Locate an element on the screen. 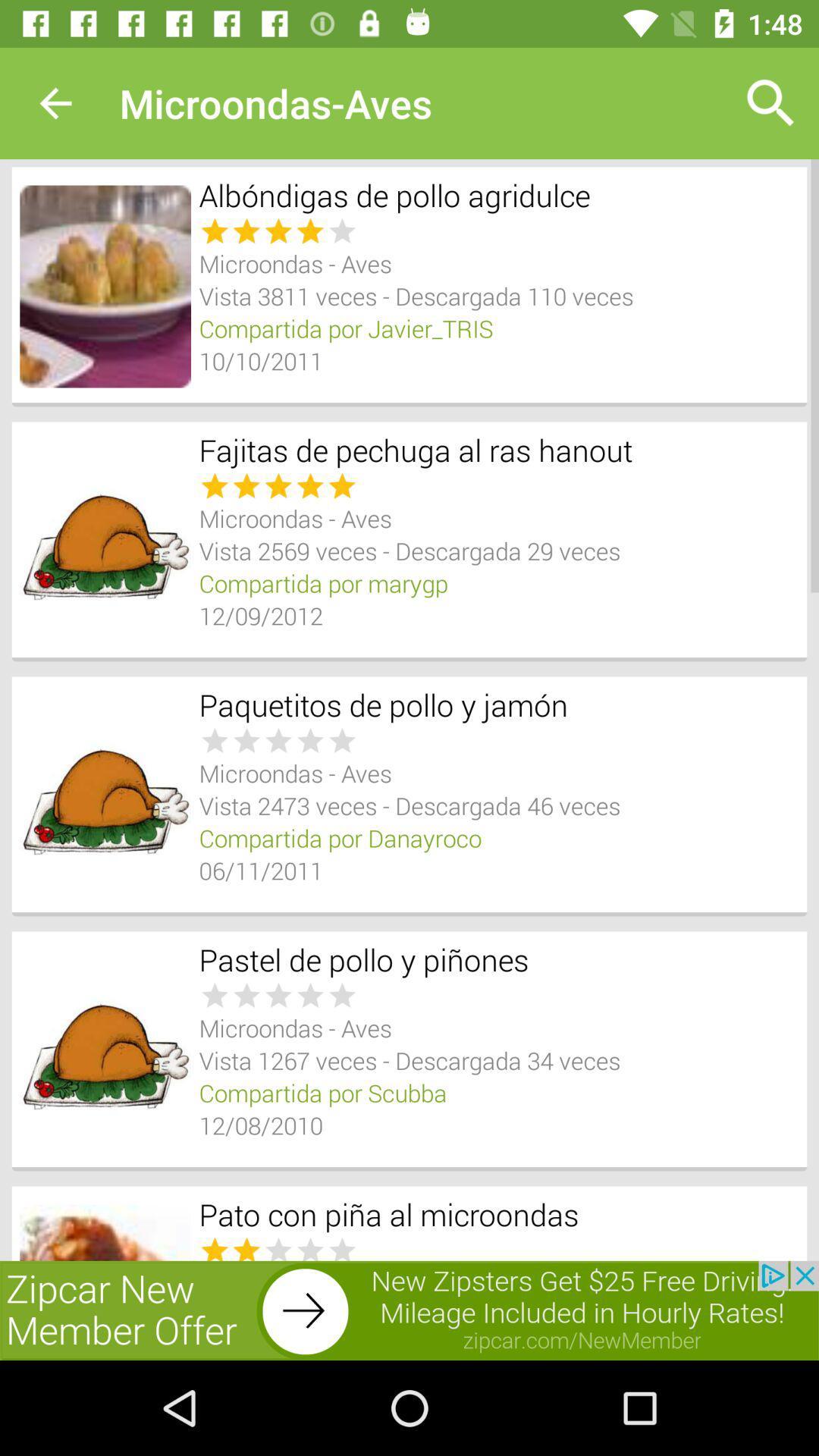  addverdisment is located at coordinates (409, 1310).